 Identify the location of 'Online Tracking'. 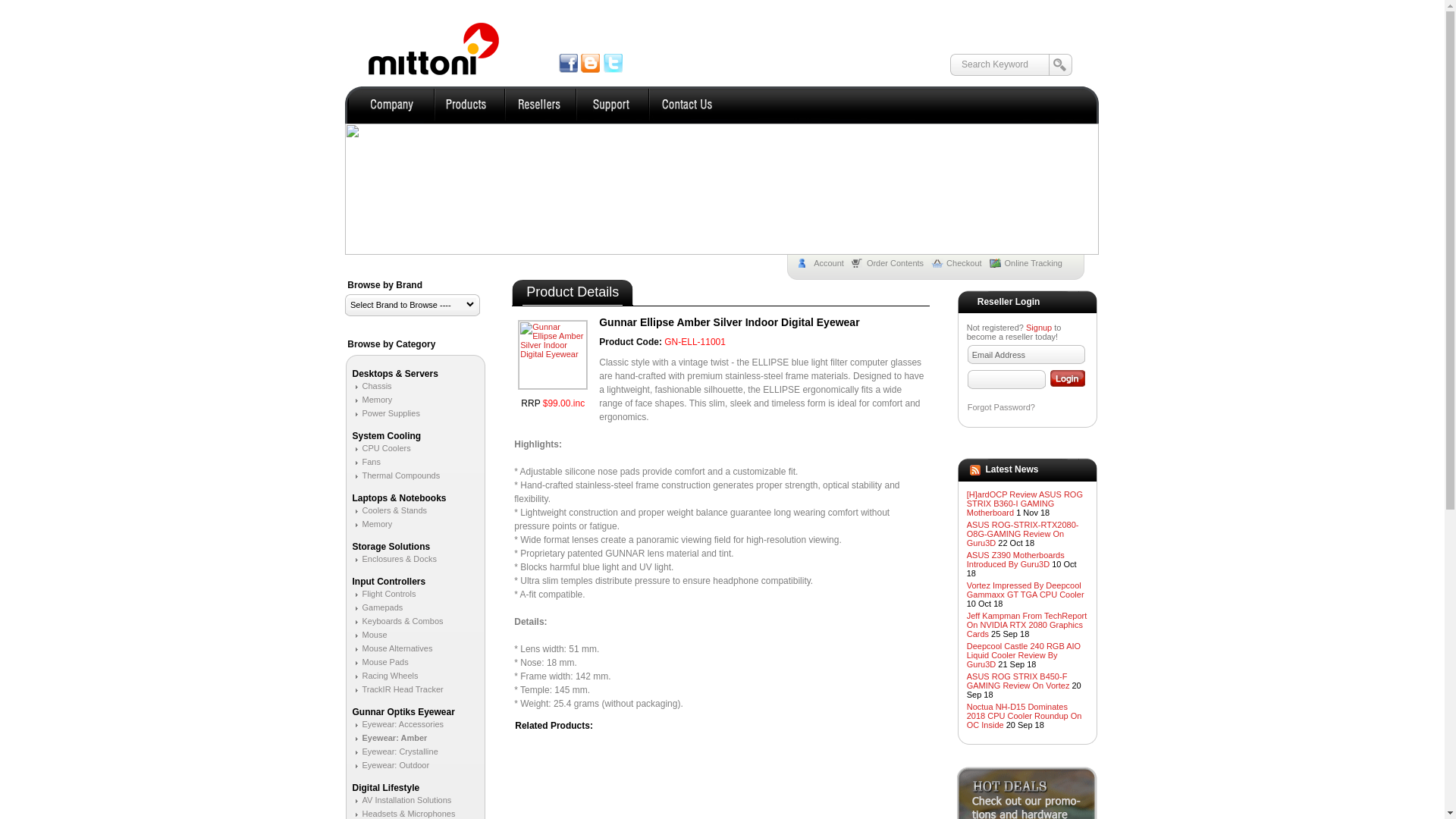
(1030, 262).